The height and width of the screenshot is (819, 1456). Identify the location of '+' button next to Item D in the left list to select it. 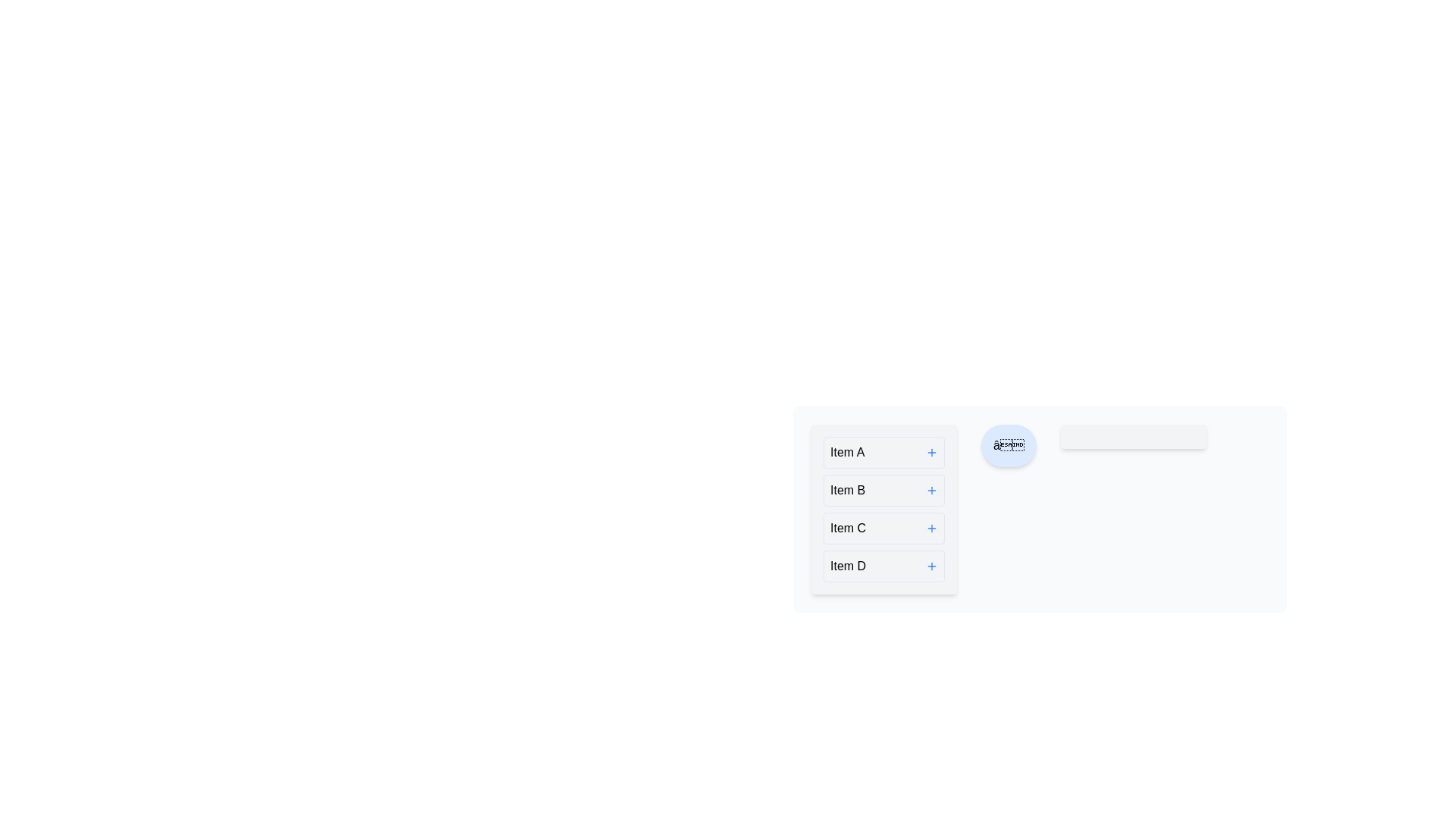
(930, 566).